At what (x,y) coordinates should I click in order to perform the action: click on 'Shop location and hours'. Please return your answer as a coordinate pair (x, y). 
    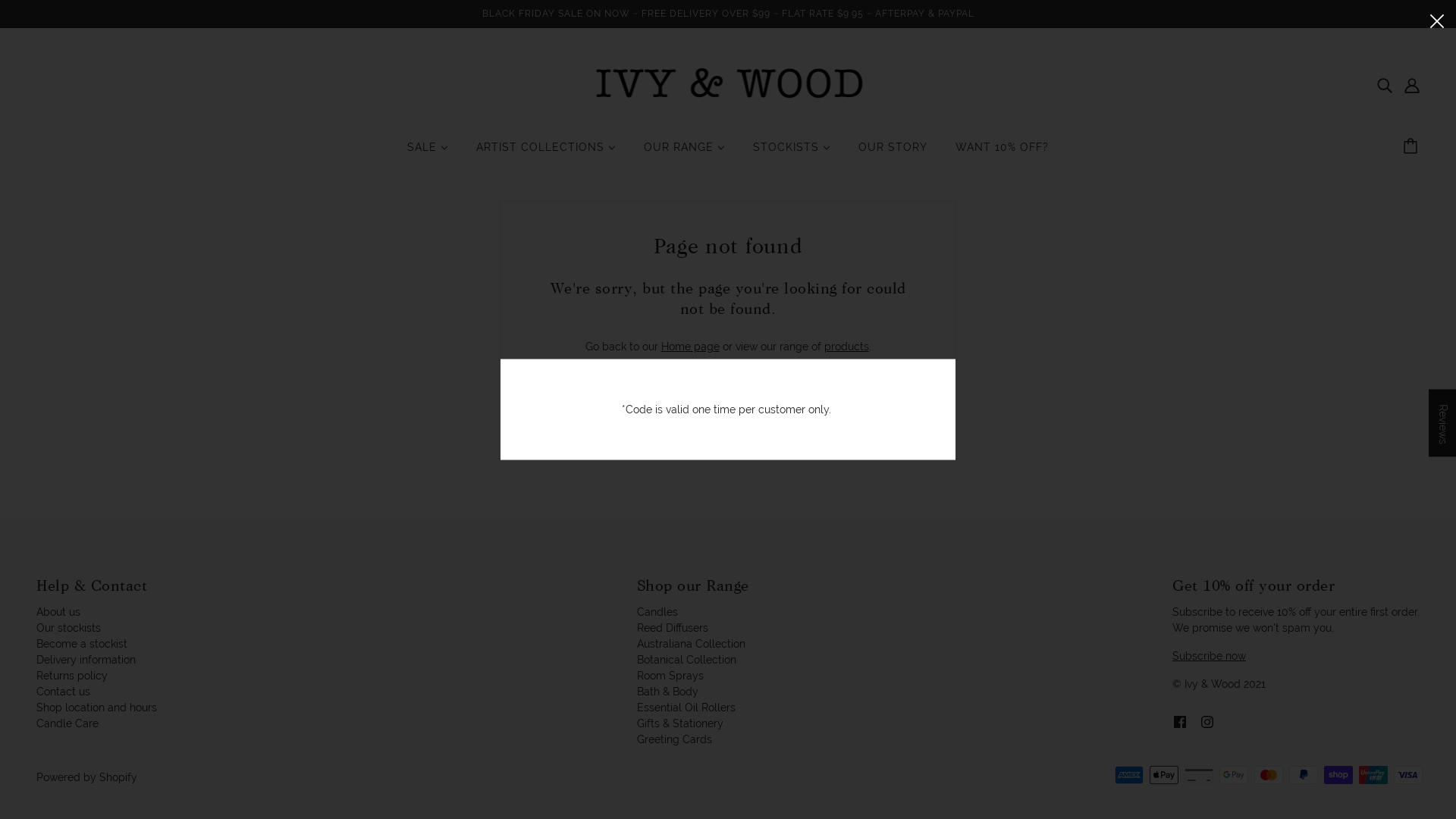
    Looking at the image, I should click on (96, 707).